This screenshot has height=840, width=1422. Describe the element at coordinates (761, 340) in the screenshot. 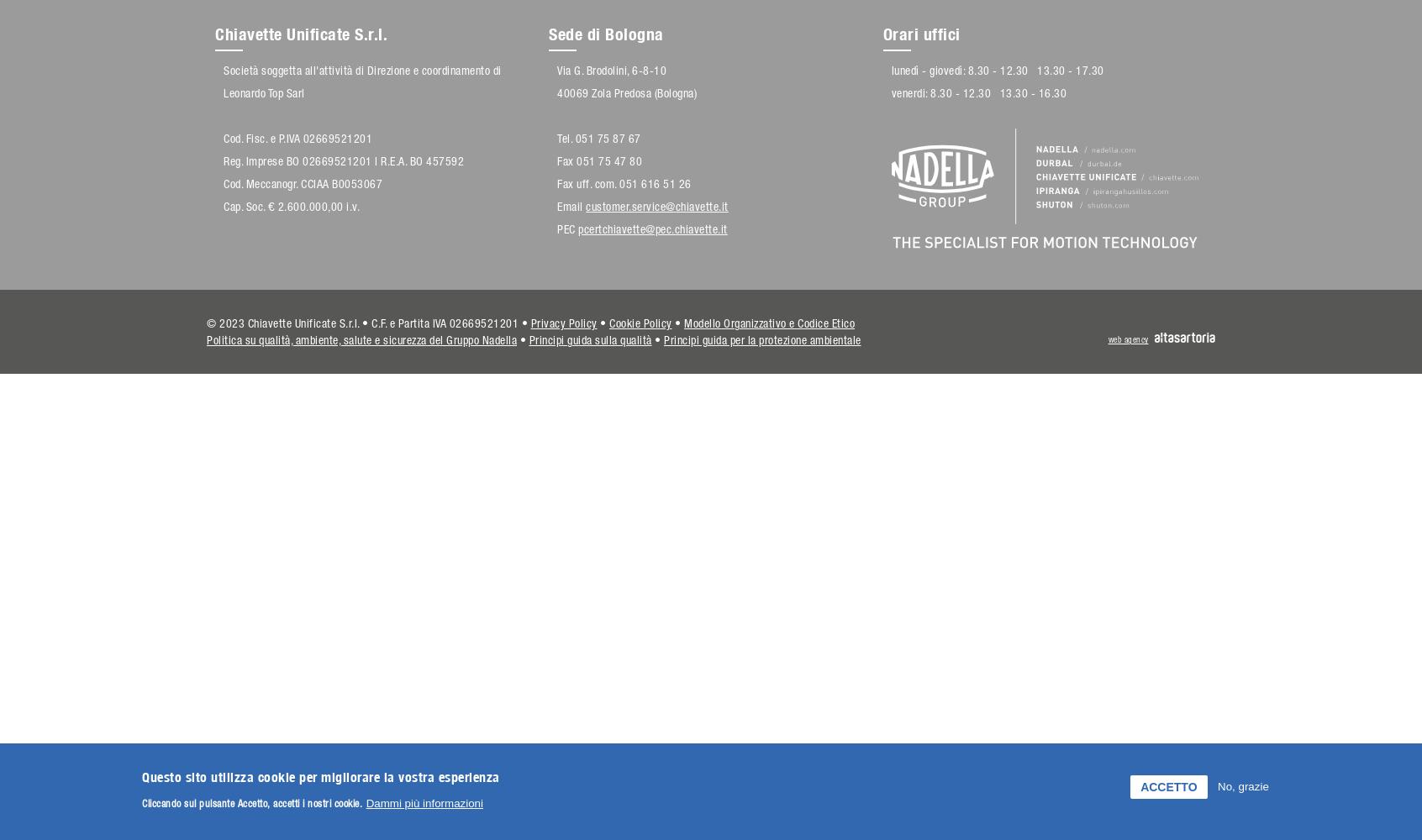

I see `'Principi guida per la protezione ambientale'` at that location.